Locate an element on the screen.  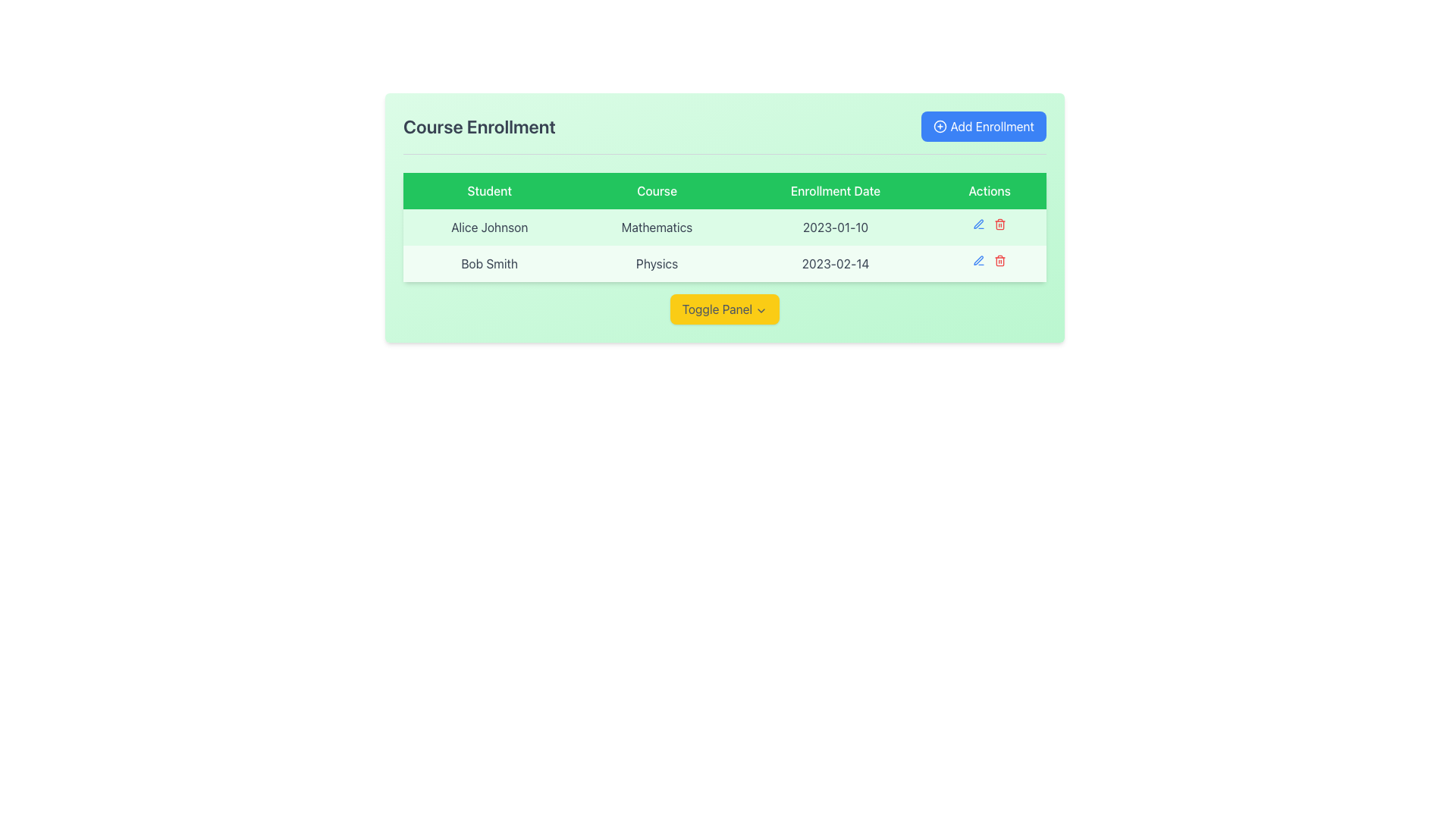
the column header labeled 'Enrollment Dates', which is the third label in a horizontal list of four labels in the table header is located at coordinates (835, 190).